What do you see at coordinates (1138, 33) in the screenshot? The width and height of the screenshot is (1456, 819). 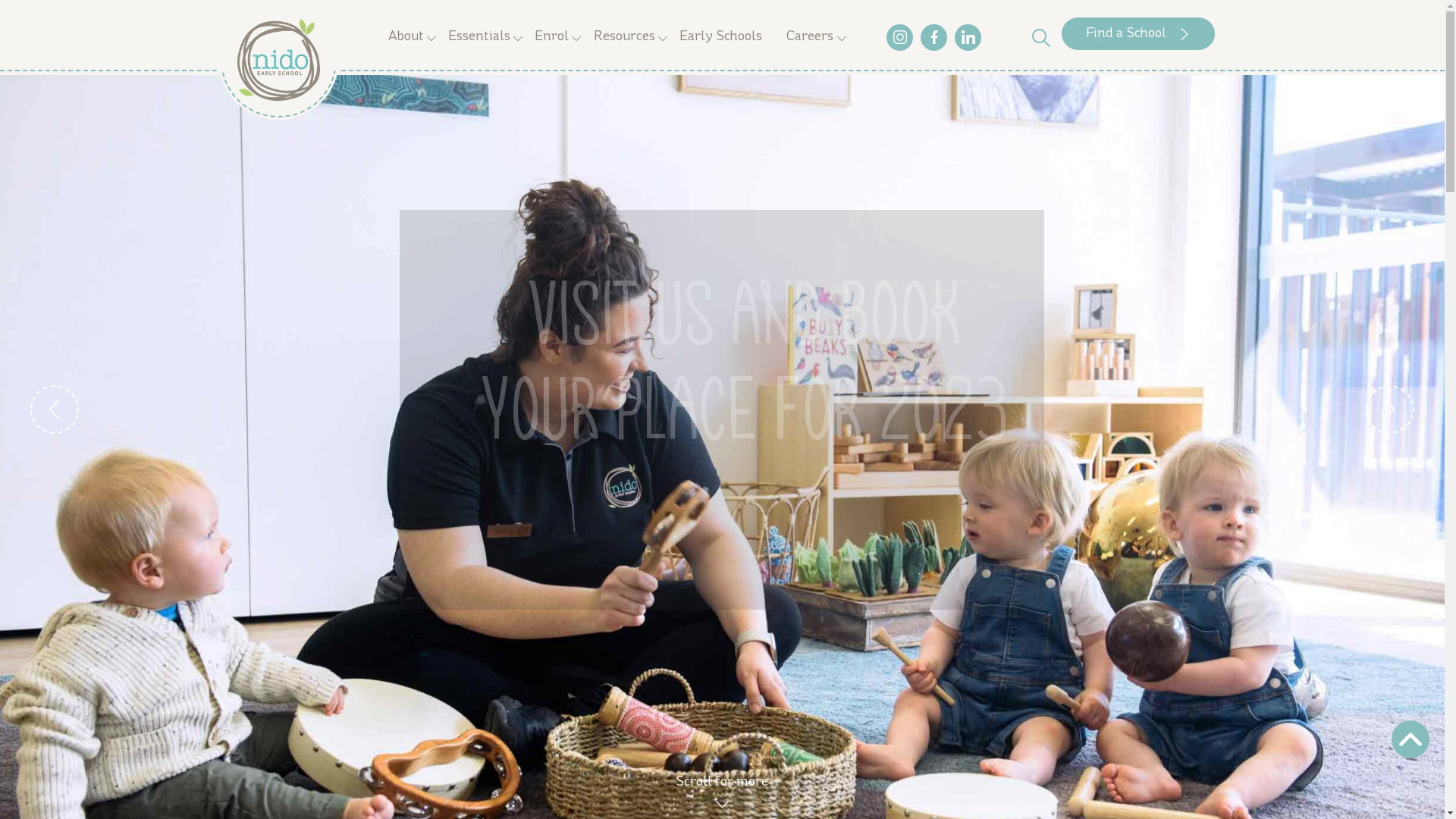 I see `'Find a School'` at bounding box center [1138, 33].